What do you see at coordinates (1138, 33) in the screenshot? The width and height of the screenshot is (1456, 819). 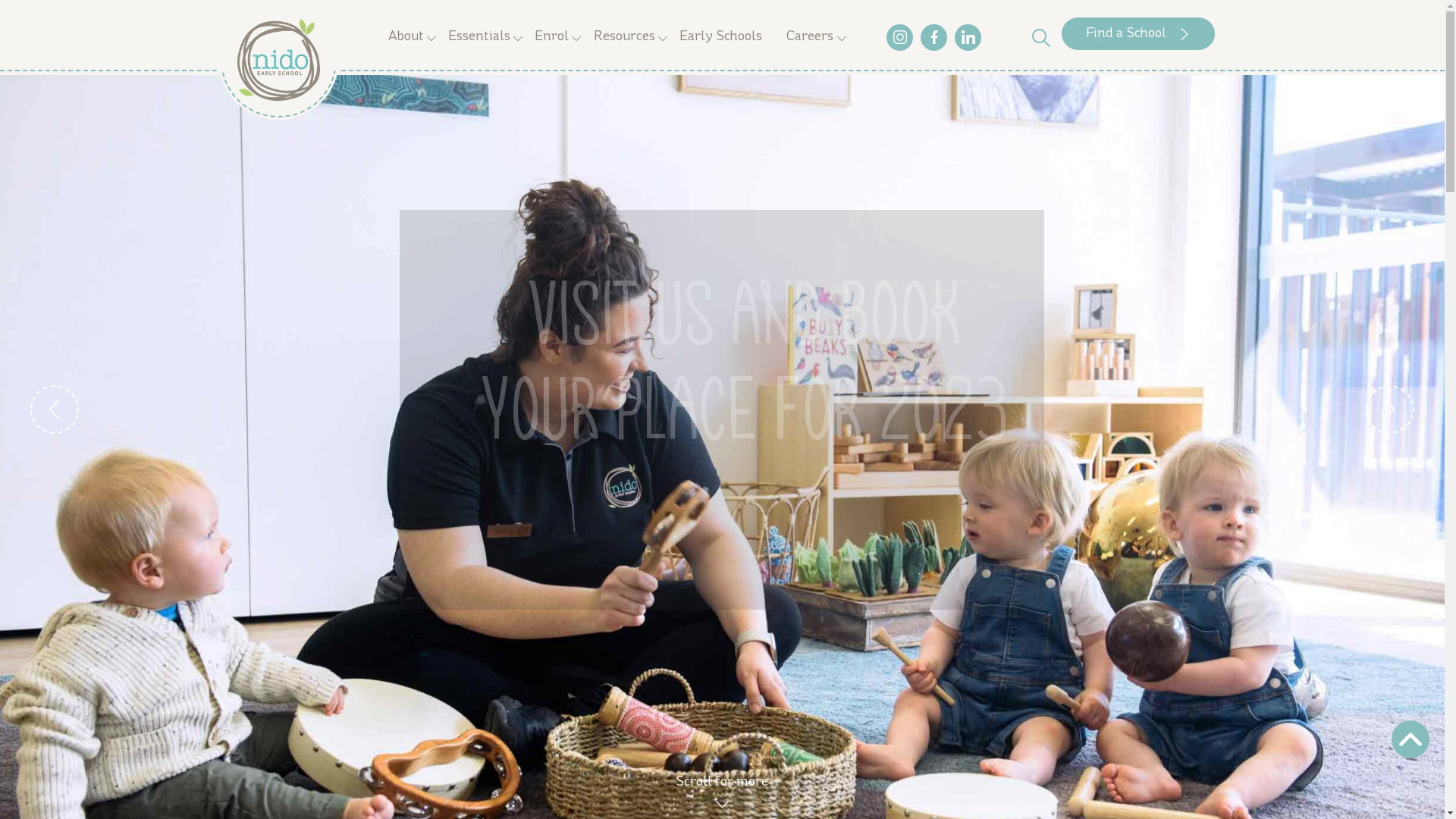 I see `'Find a School'` at bounding box center [1138, 33].